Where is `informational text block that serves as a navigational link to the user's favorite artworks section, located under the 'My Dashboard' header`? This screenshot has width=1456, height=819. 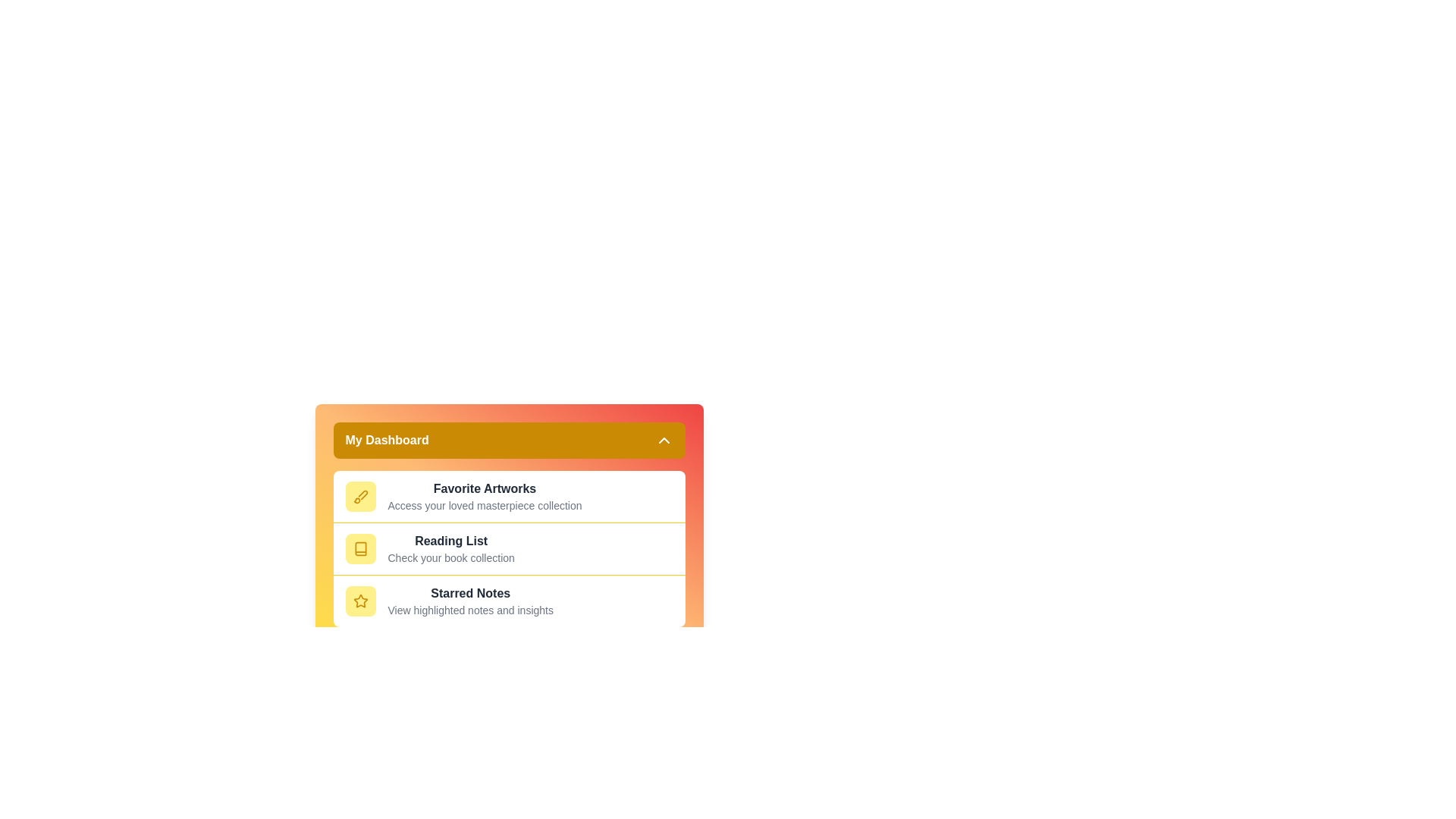 informational text block that serves as a navigational link to the user's favorite artworks section, located under the 'My Dashboard' header is located at coordinates (484, 497).